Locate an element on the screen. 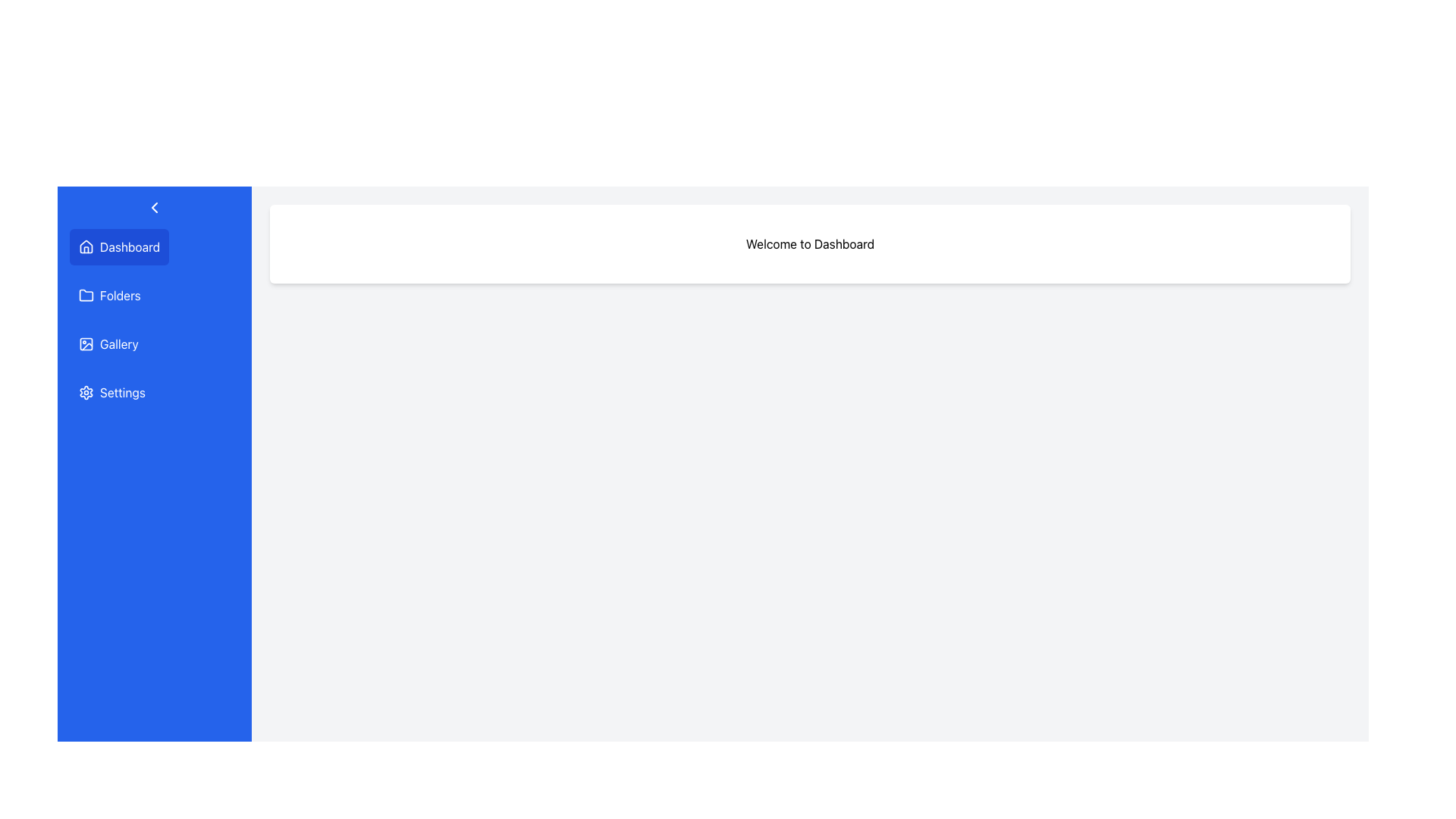  the small triangular arrow-like icon pointing to the right at the top-left of the vertical blue sidebar is located at coordinates (154, 207).